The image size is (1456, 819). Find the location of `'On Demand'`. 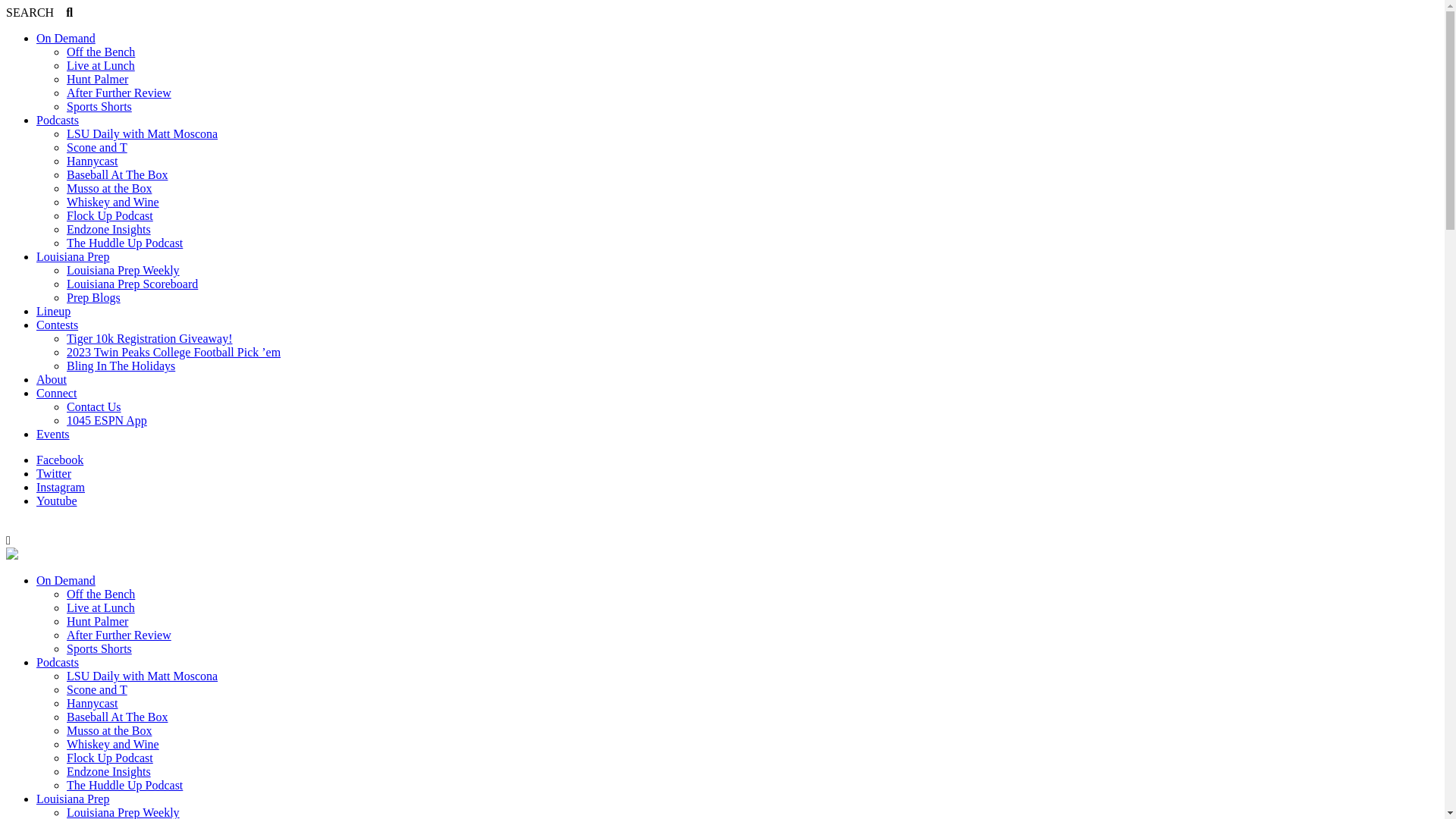

'On Demand' is located at coordinates (36, 580).